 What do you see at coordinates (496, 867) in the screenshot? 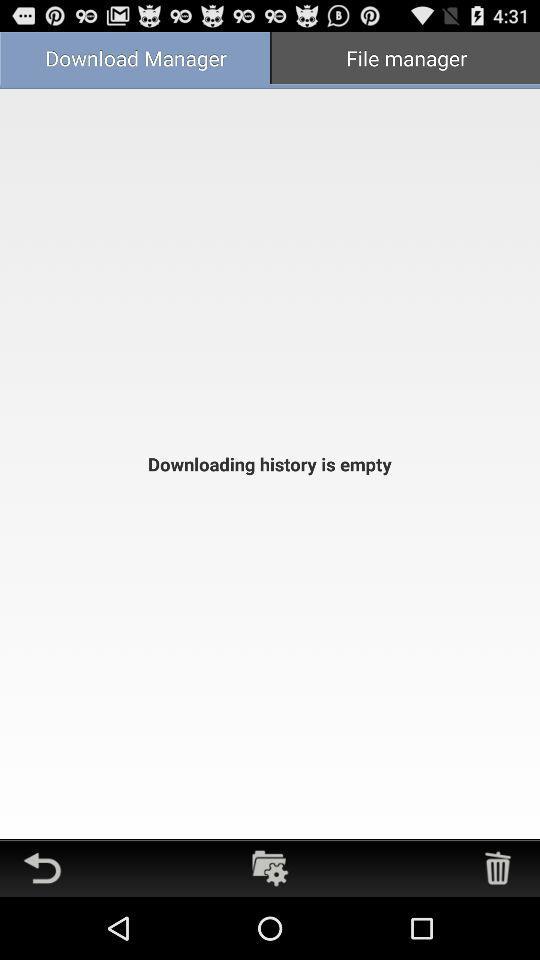
I see `trash is empty` at bounding box center [496, 867].